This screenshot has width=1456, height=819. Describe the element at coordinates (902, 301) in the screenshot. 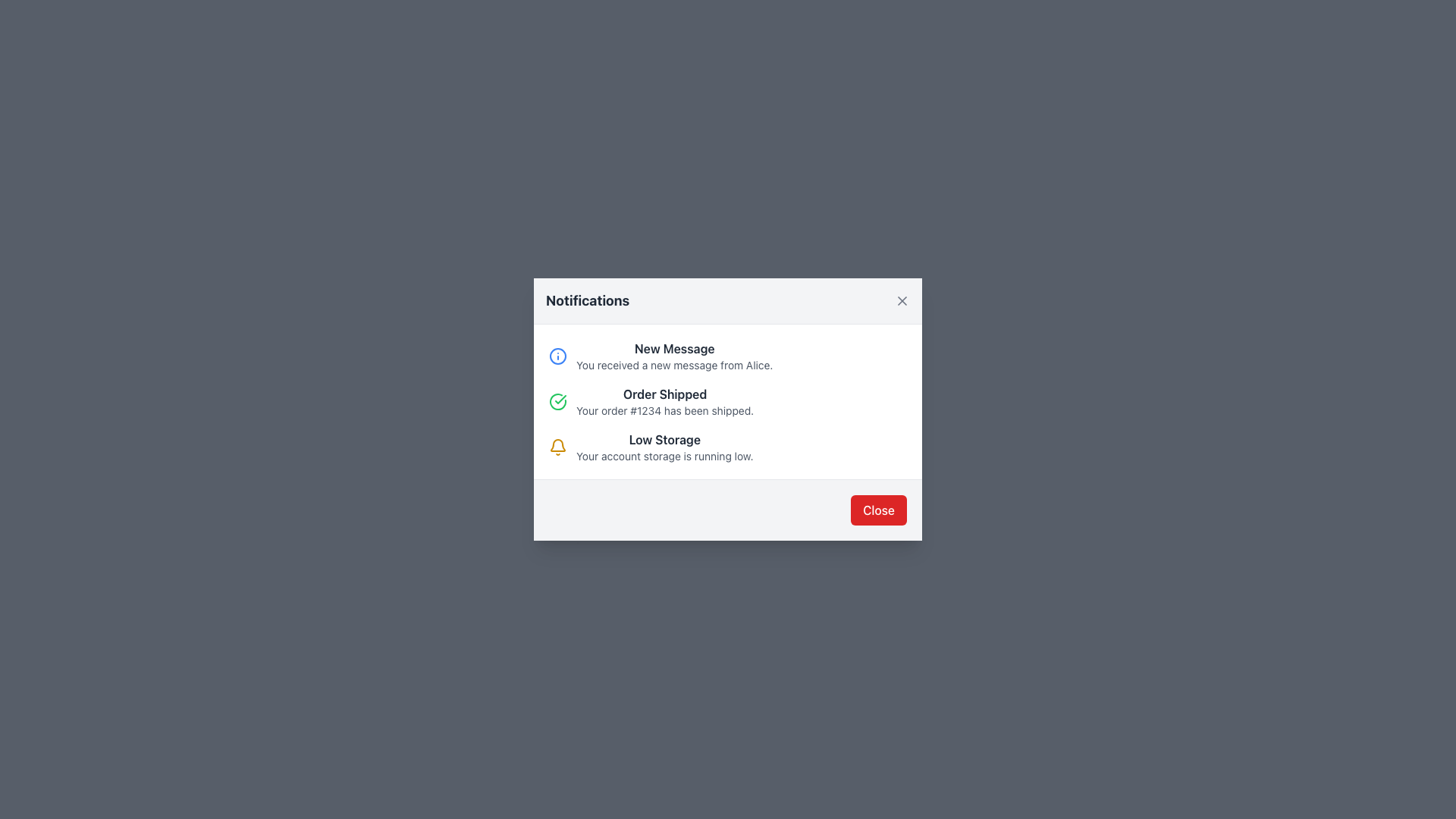

I see `the close button located at the top-right corner of the Notifications modal` at that location.